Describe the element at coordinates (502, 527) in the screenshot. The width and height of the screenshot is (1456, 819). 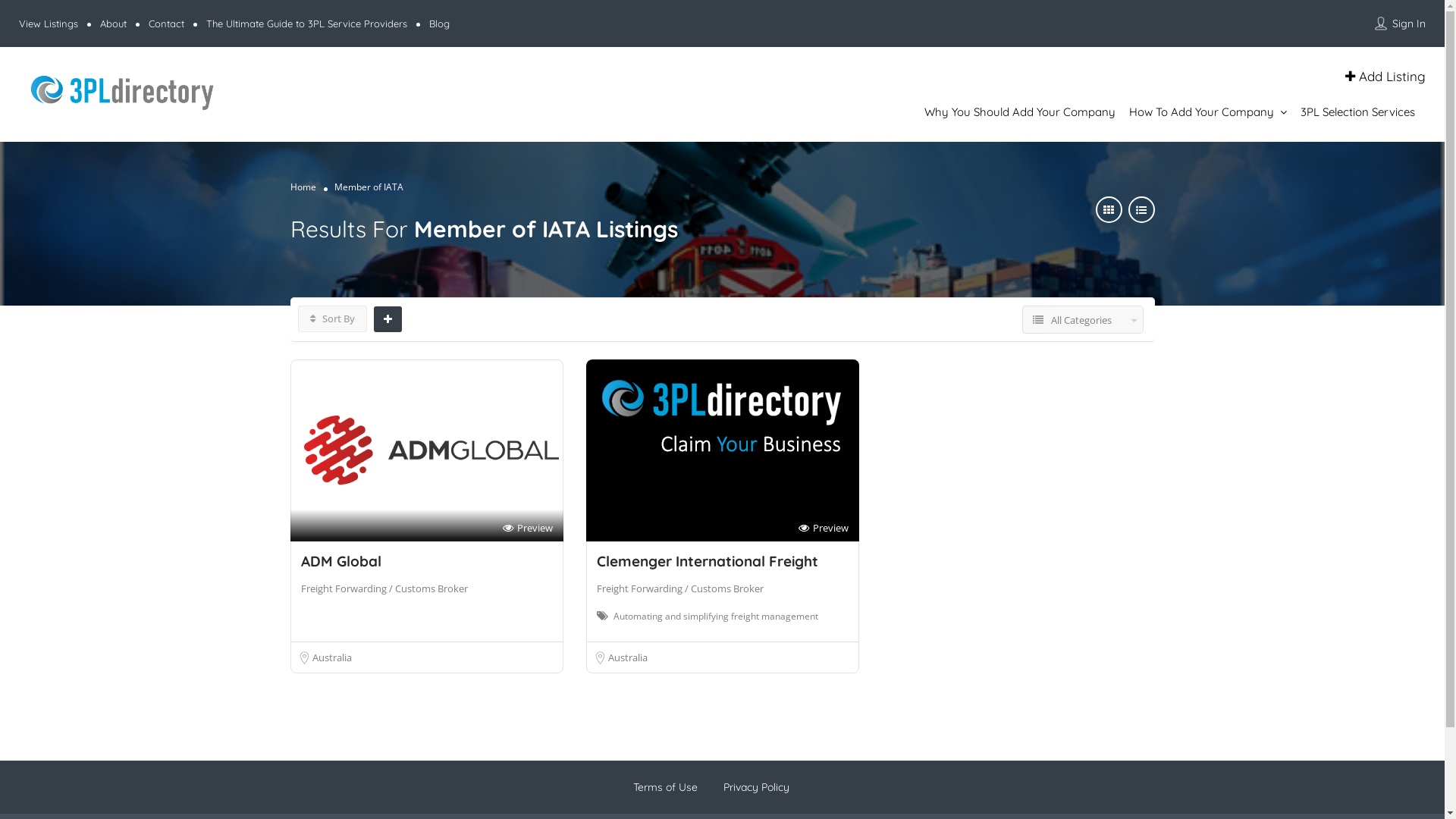
I see `'Preview'` at that location.